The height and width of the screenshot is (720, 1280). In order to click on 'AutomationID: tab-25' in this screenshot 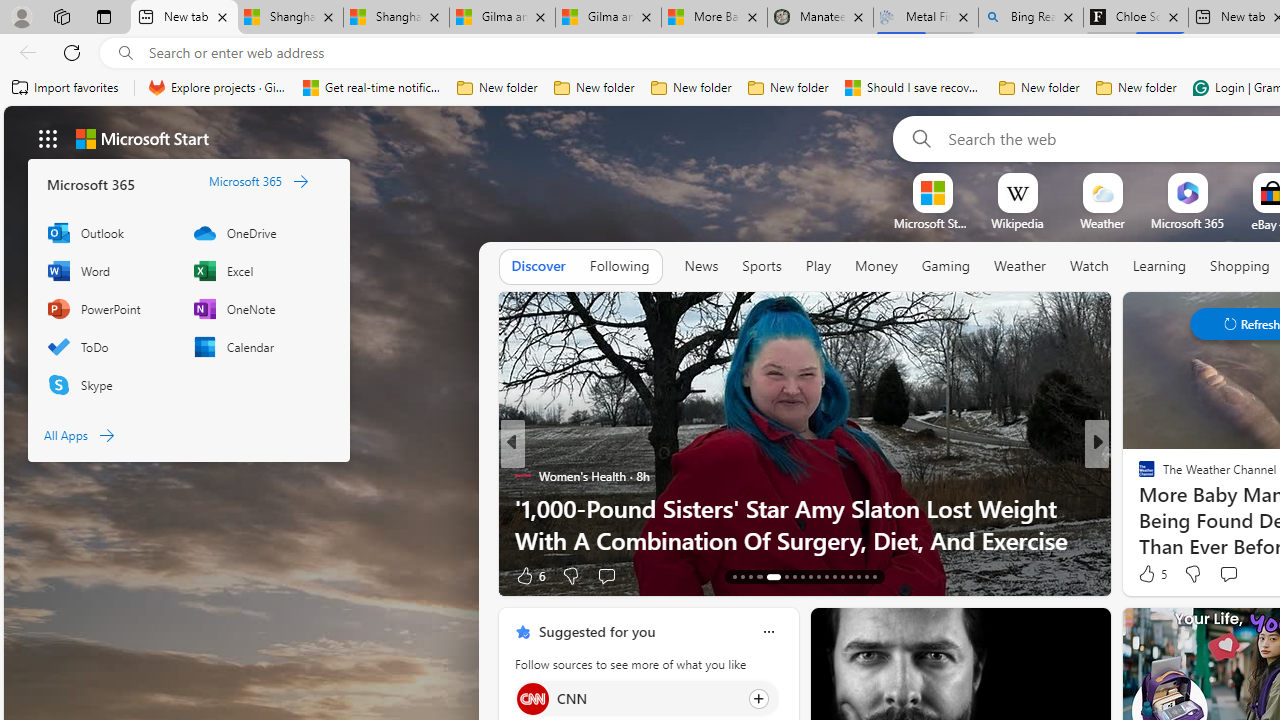, I will do `click(842, 577)`.